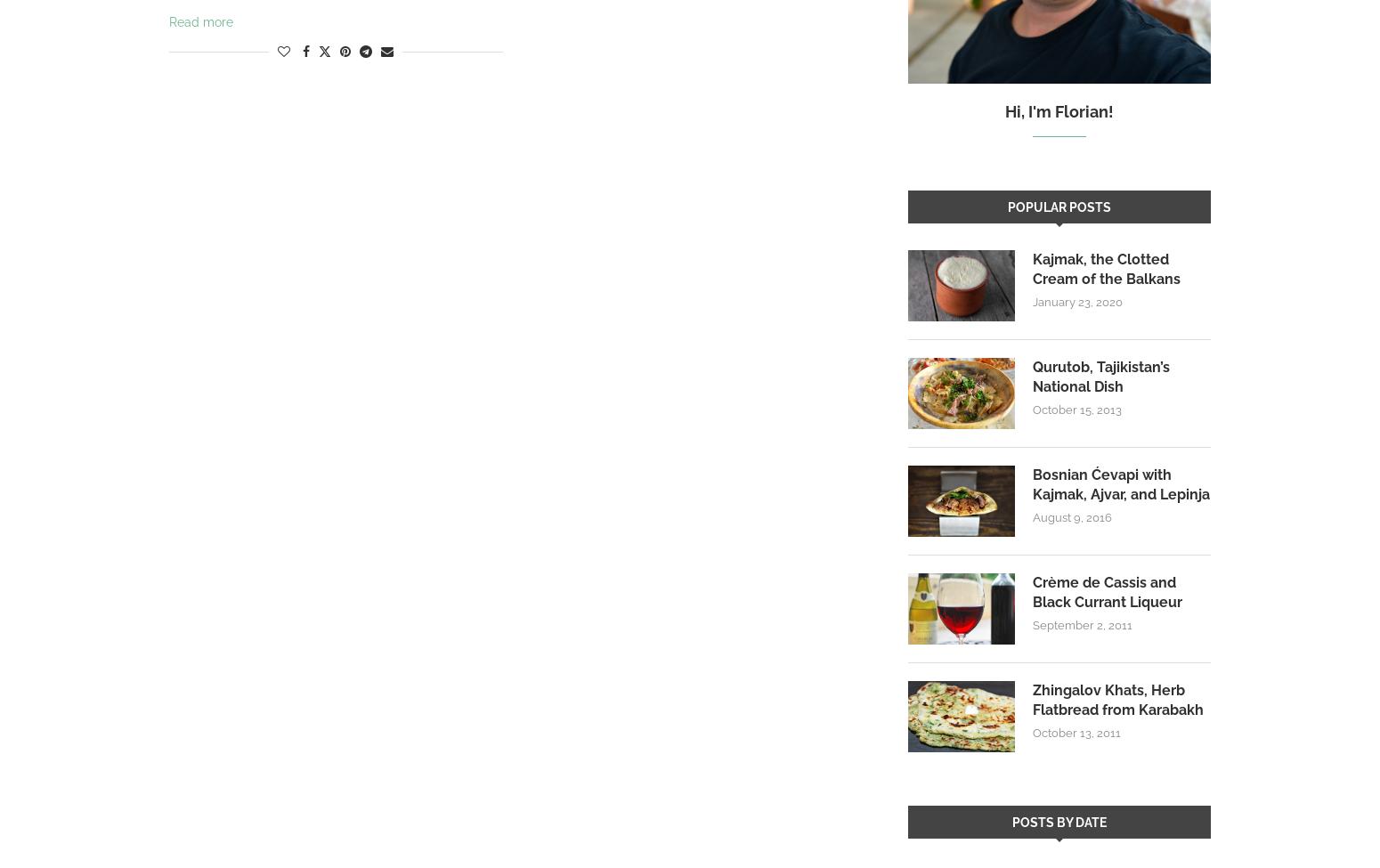 This screenshot has width=1380, height=868. Describe the element at coordinates (386, 89) in the screenshot. I see `'Email'` at that location.